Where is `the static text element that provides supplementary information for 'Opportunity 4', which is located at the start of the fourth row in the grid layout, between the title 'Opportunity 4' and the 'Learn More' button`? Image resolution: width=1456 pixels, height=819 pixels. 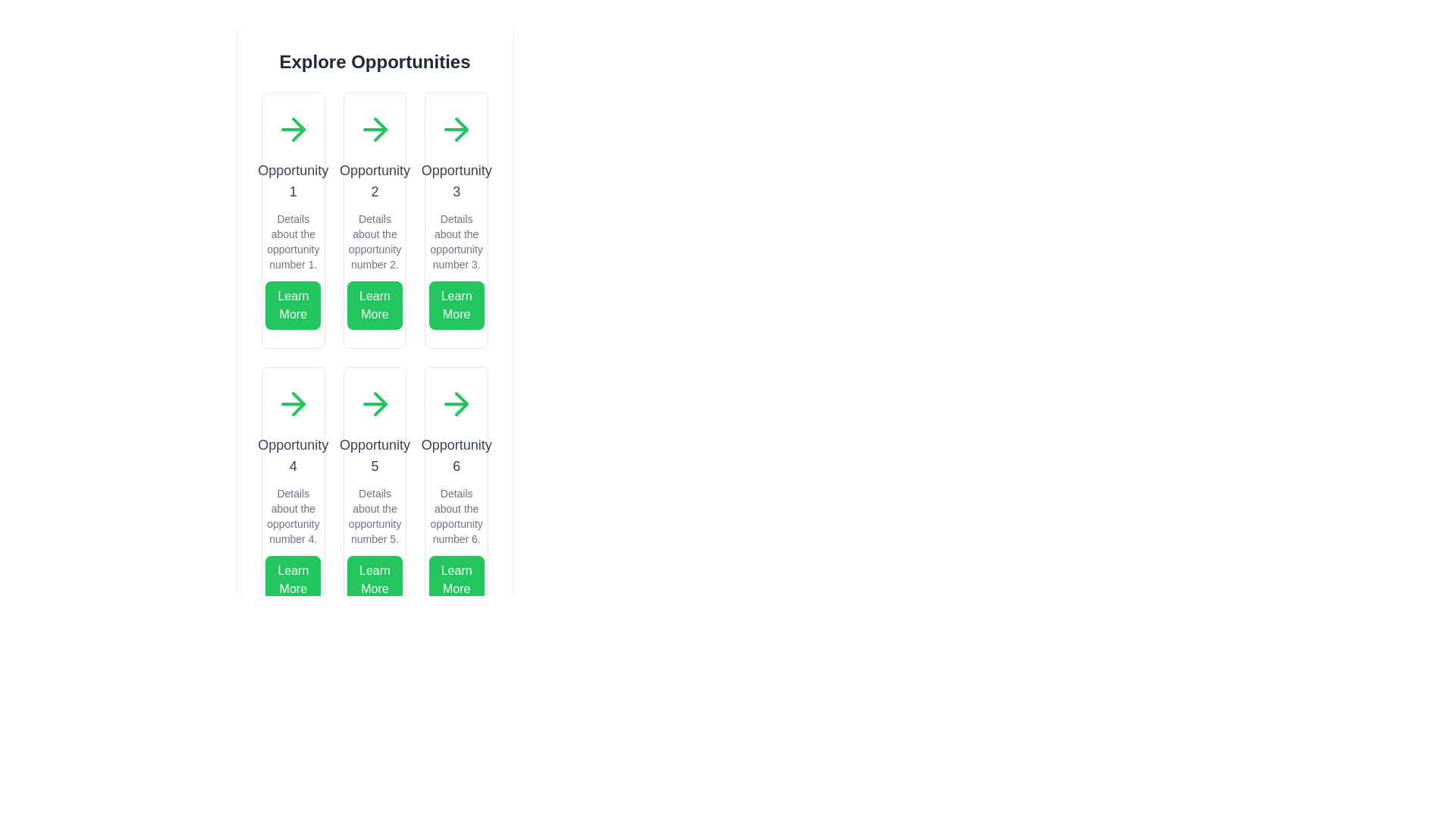
the static text element that provides supplementary information for 'Opportunity 4', which is located at the start of the fourth row in the grid layout, between the title 'Opportunity 4' and the 'Learn More' button is located at coordinates (293, 516).